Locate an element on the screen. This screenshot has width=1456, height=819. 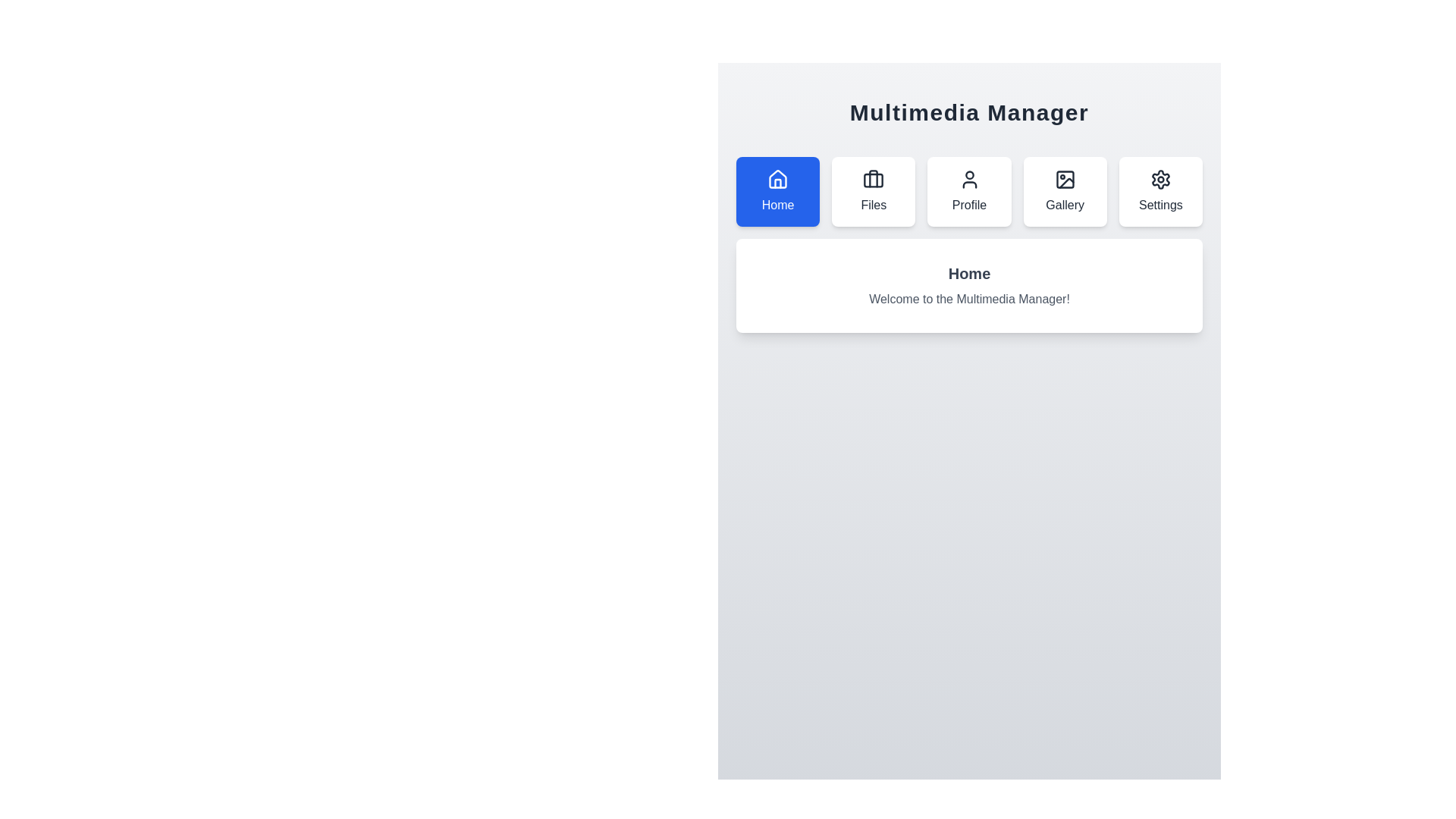
the details of the circular indicator above the head figure in the 'Profile' icon located in the navigation bar is located at coordinates (968, 174).